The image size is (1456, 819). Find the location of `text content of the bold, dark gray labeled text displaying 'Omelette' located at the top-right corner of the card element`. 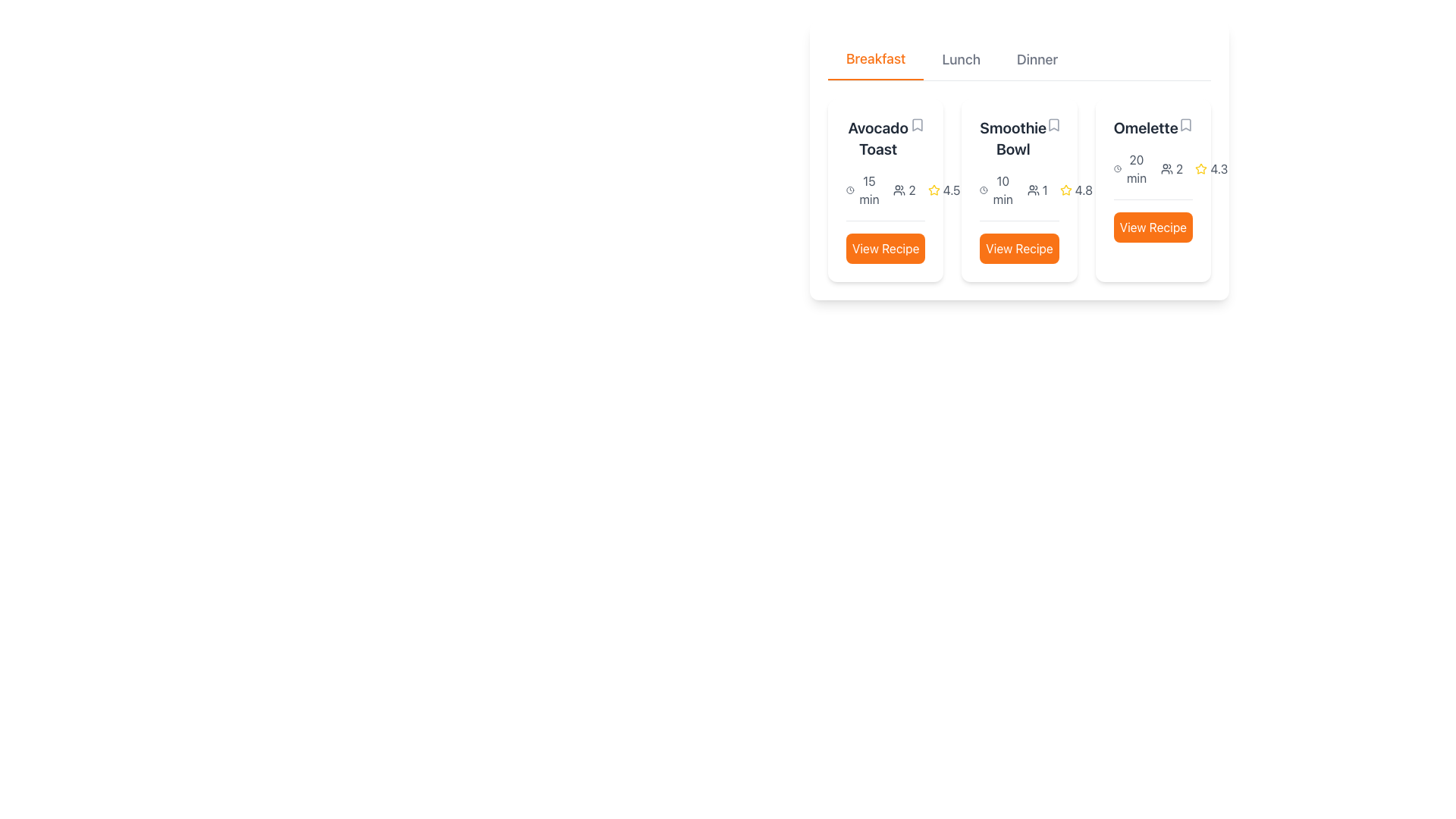

text content of the bold, dark gray labeled text displaying 'Omelette' located at the top-right corner of the card element is located at coordinates (1146, 127).